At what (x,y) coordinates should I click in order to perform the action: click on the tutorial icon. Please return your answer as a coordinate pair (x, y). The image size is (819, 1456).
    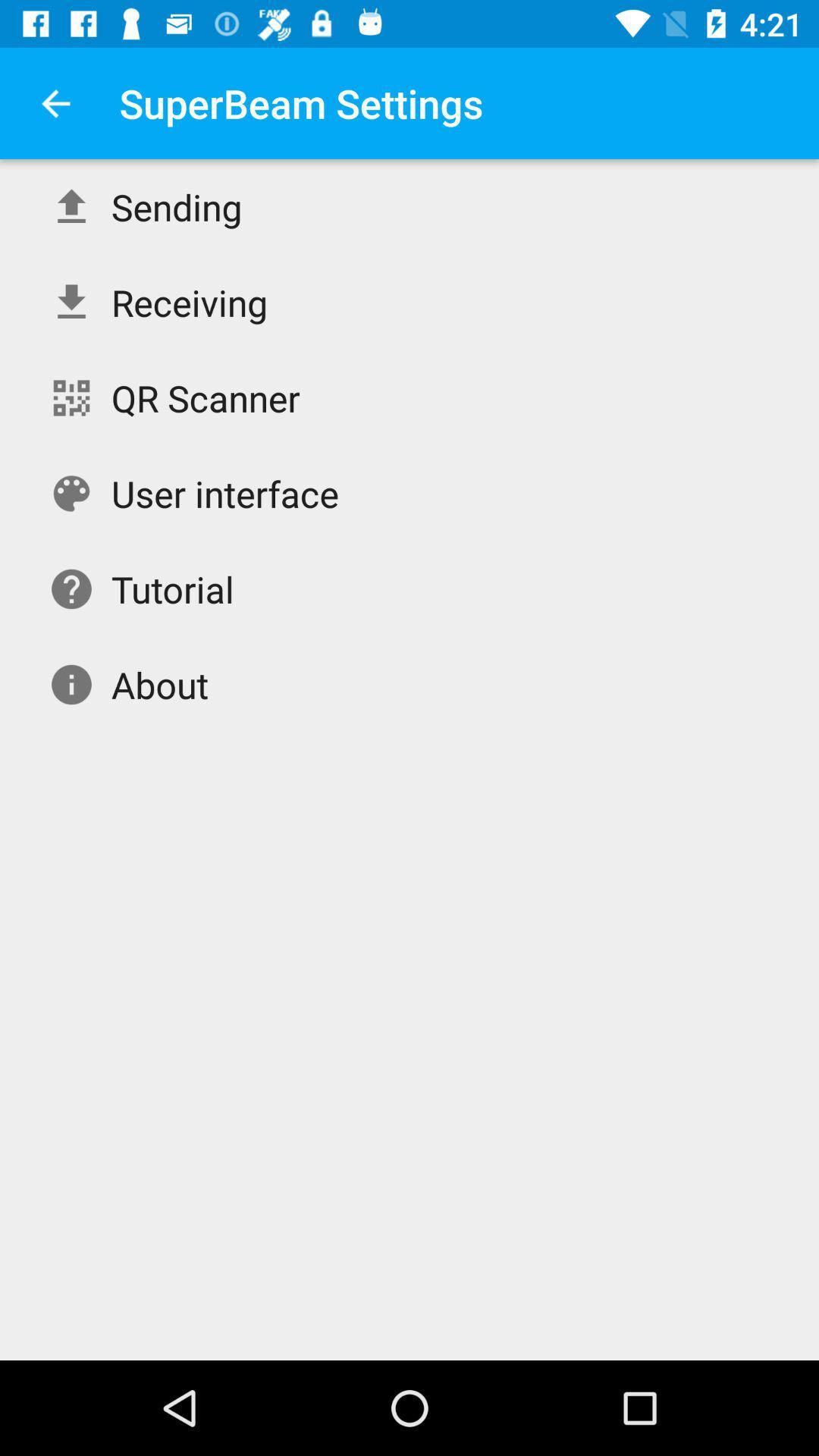
    Looking at the image, I should click on (171, 588).